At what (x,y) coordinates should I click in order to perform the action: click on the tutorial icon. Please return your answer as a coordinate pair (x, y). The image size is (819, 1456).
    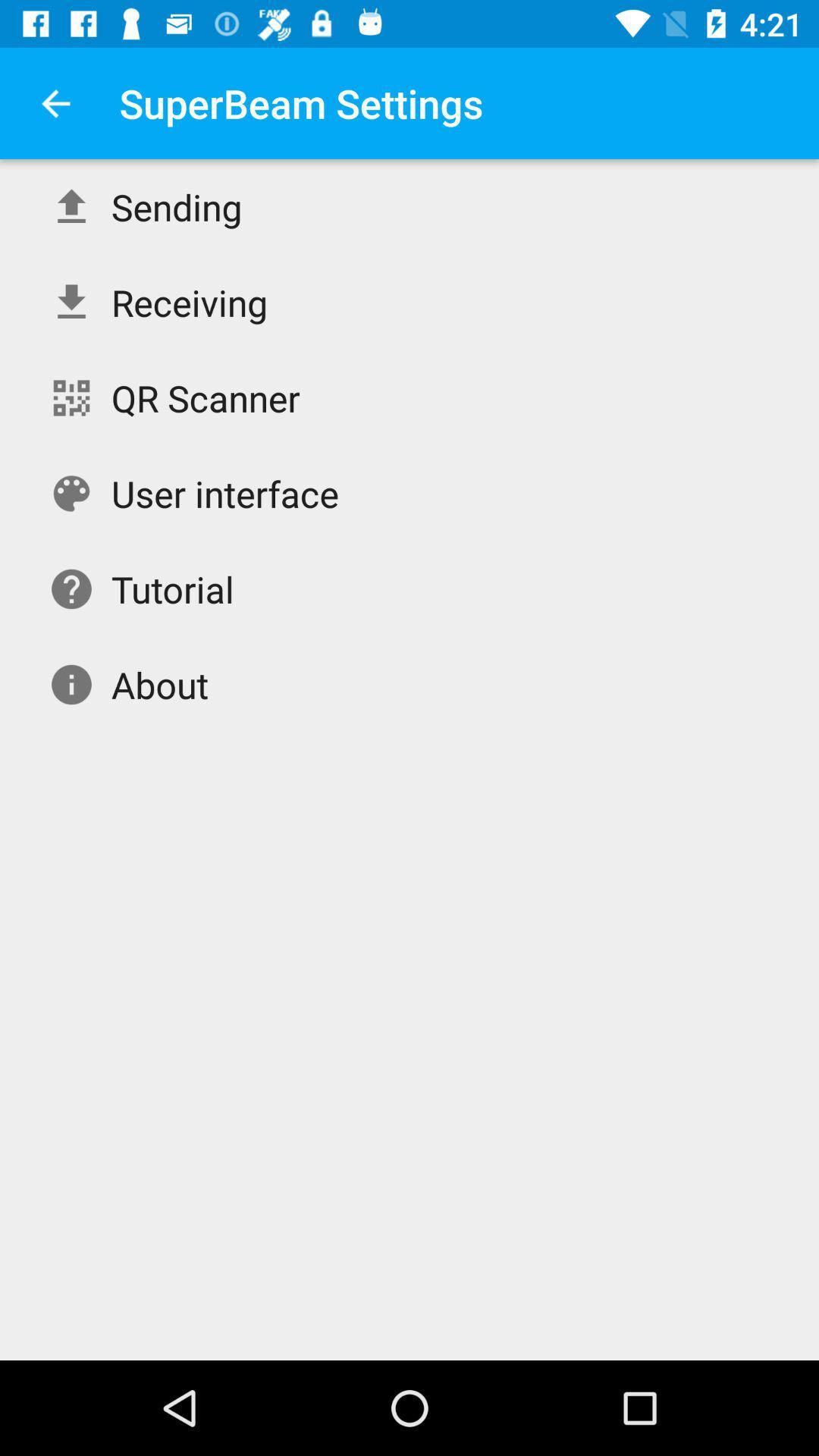
    Looking at the image, I should click on (171, 588).